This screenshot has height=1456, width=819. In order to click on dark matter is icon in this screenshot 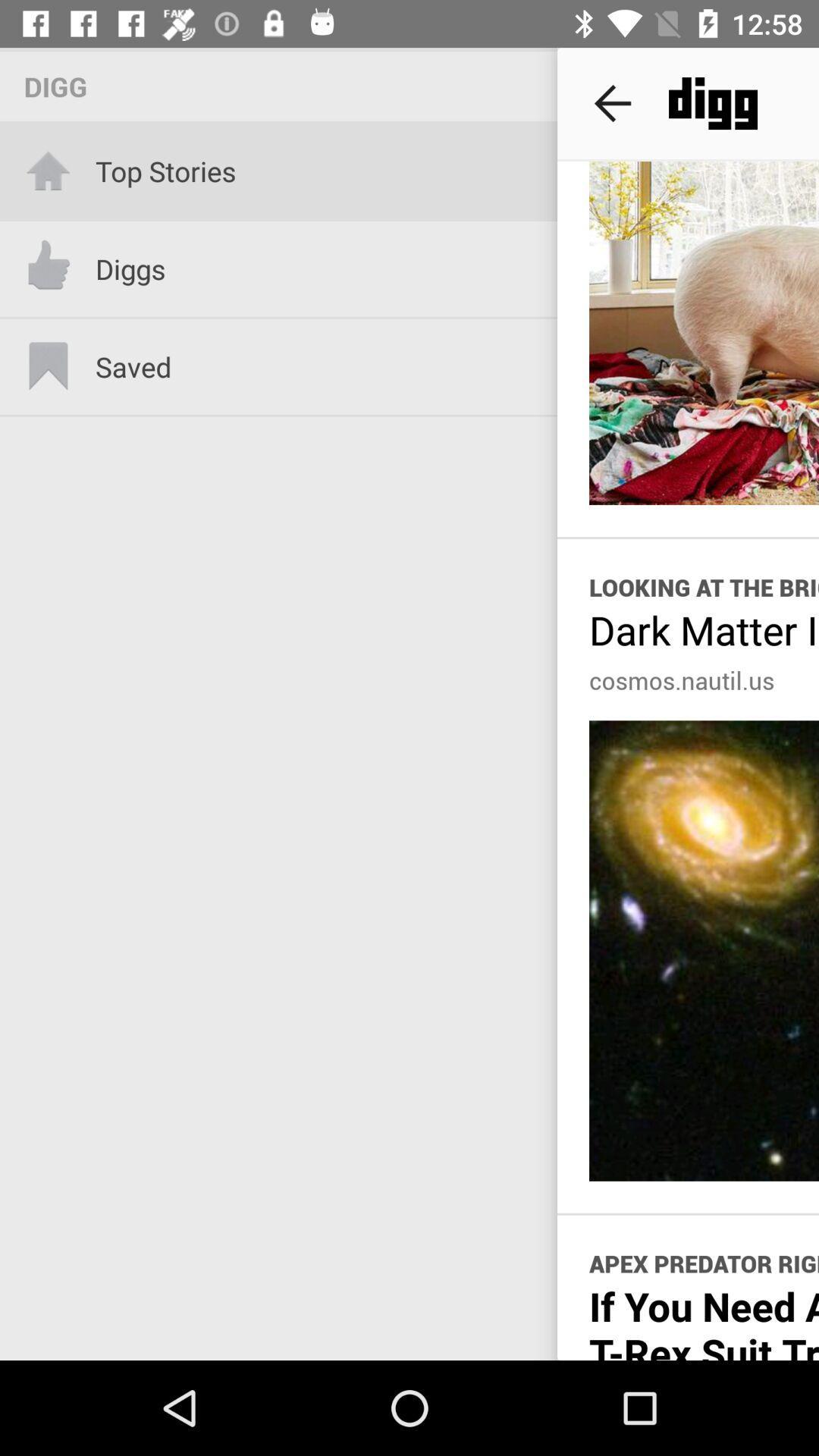, I will do `click(704, 629)`.